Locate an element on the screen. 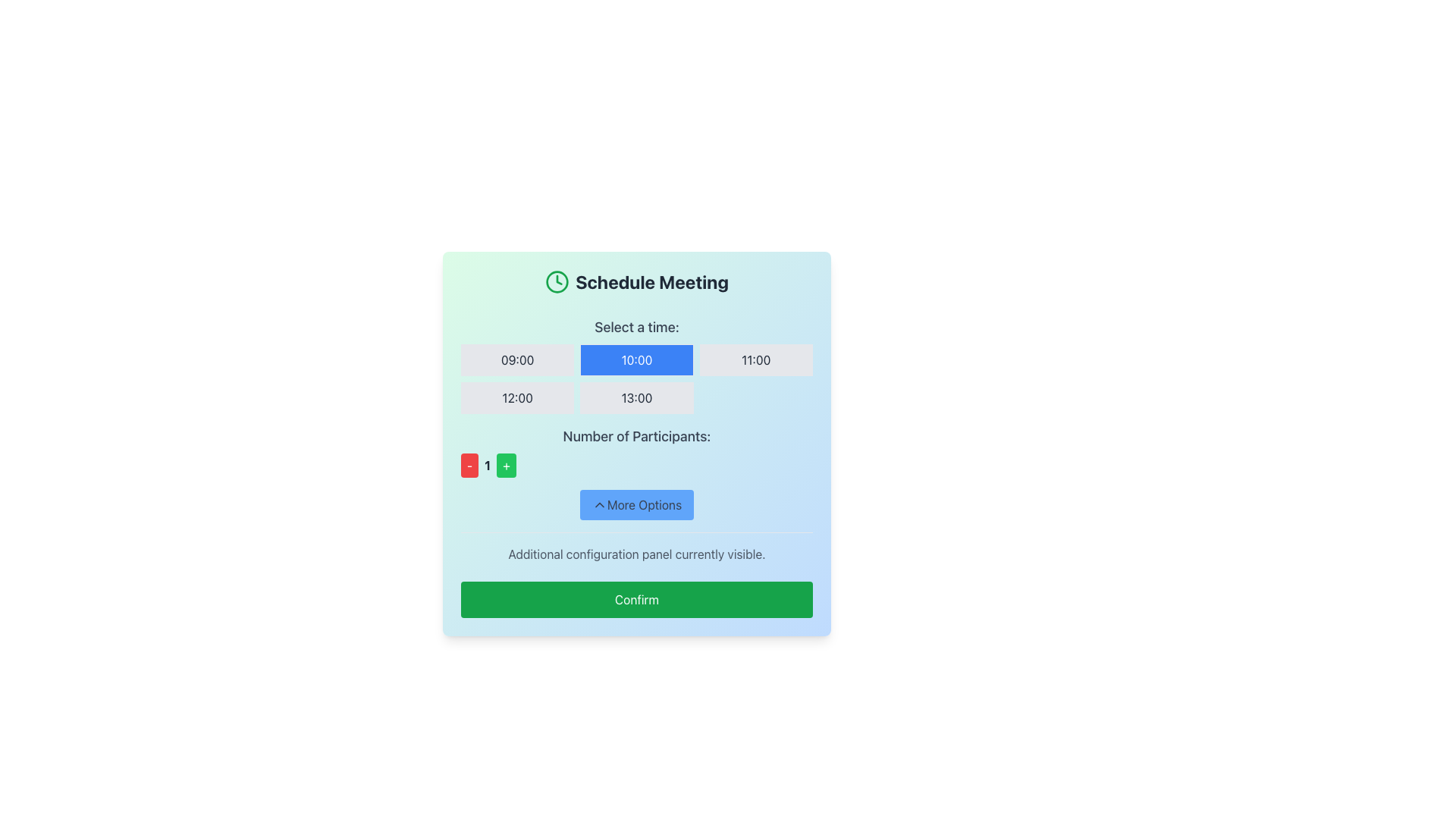 Image resolution: width=1456 pixels, height=819 pixels. the static text element displaying the current numeric value of the counter, which is located between the '-' and '+' buttons under the heading 'Number of Participants:' on a blue gradient panel is located at coordinates (488, 464).